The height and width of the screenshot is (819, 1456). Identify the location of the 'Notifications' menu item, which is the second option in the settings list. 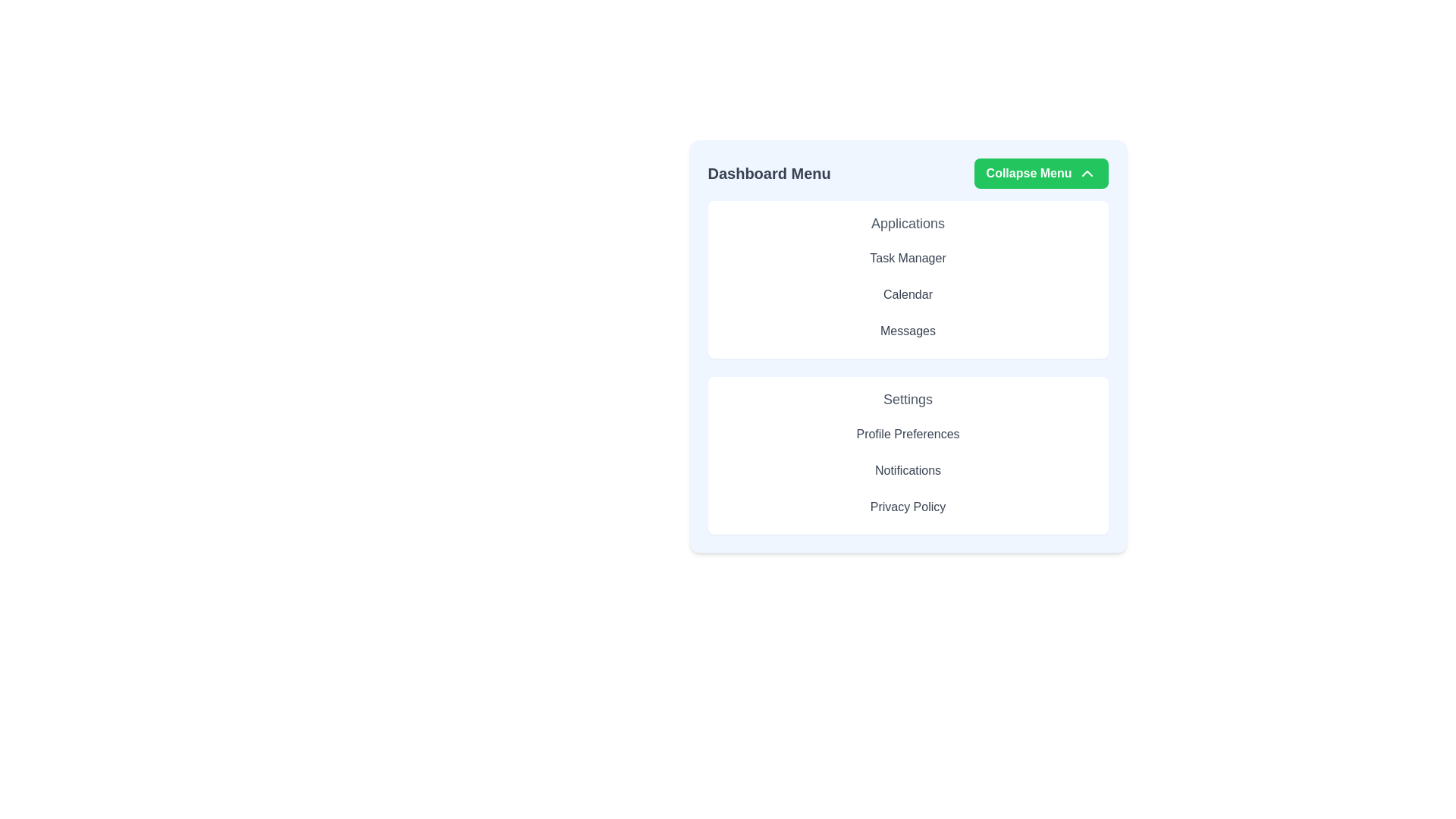
(908, 470).